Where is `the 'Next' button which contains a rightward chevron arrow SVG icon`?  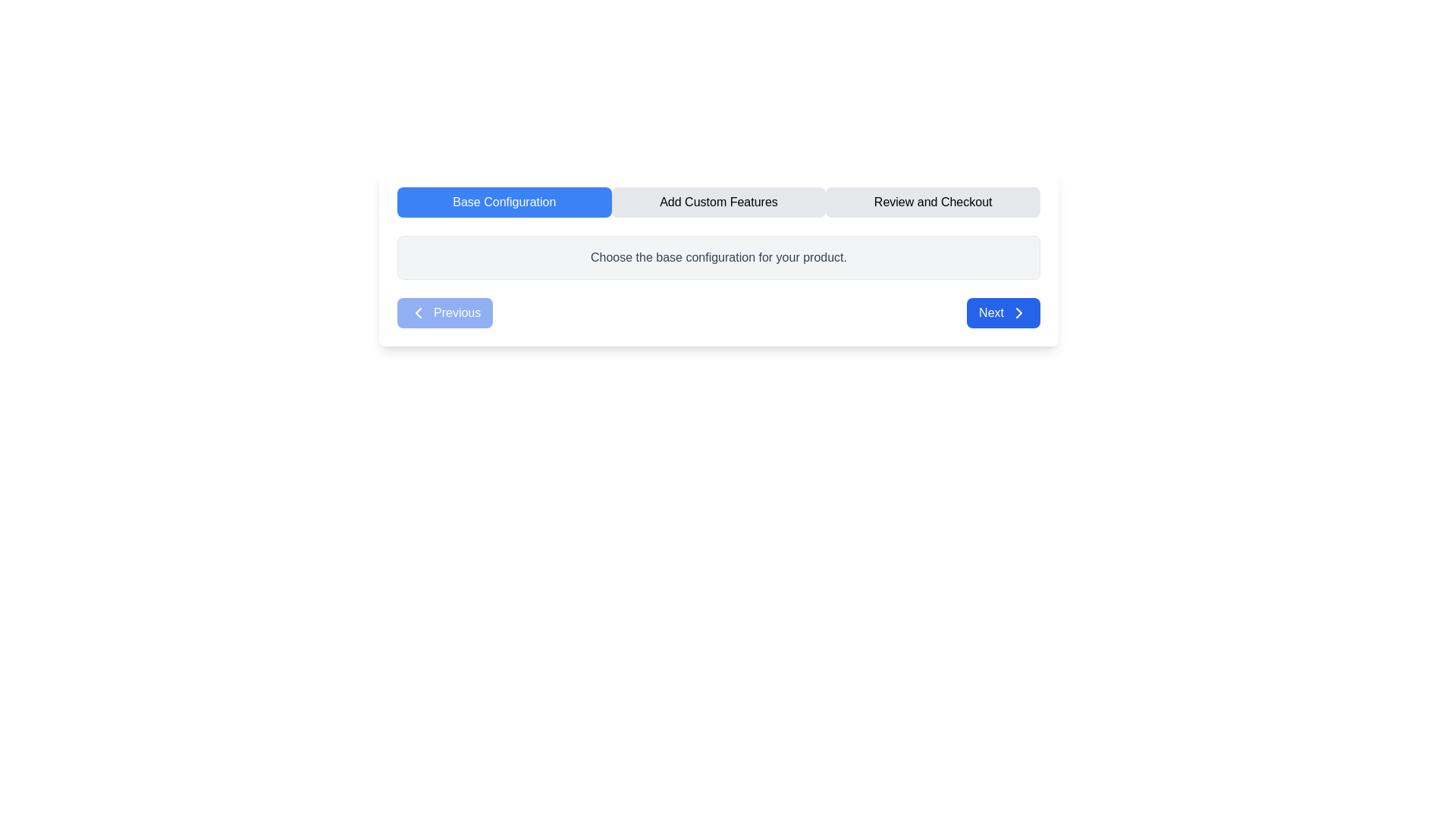 the 'Next' button which contains a rightward chevron arrow SVG icon is located at coordinates (1019, 312).